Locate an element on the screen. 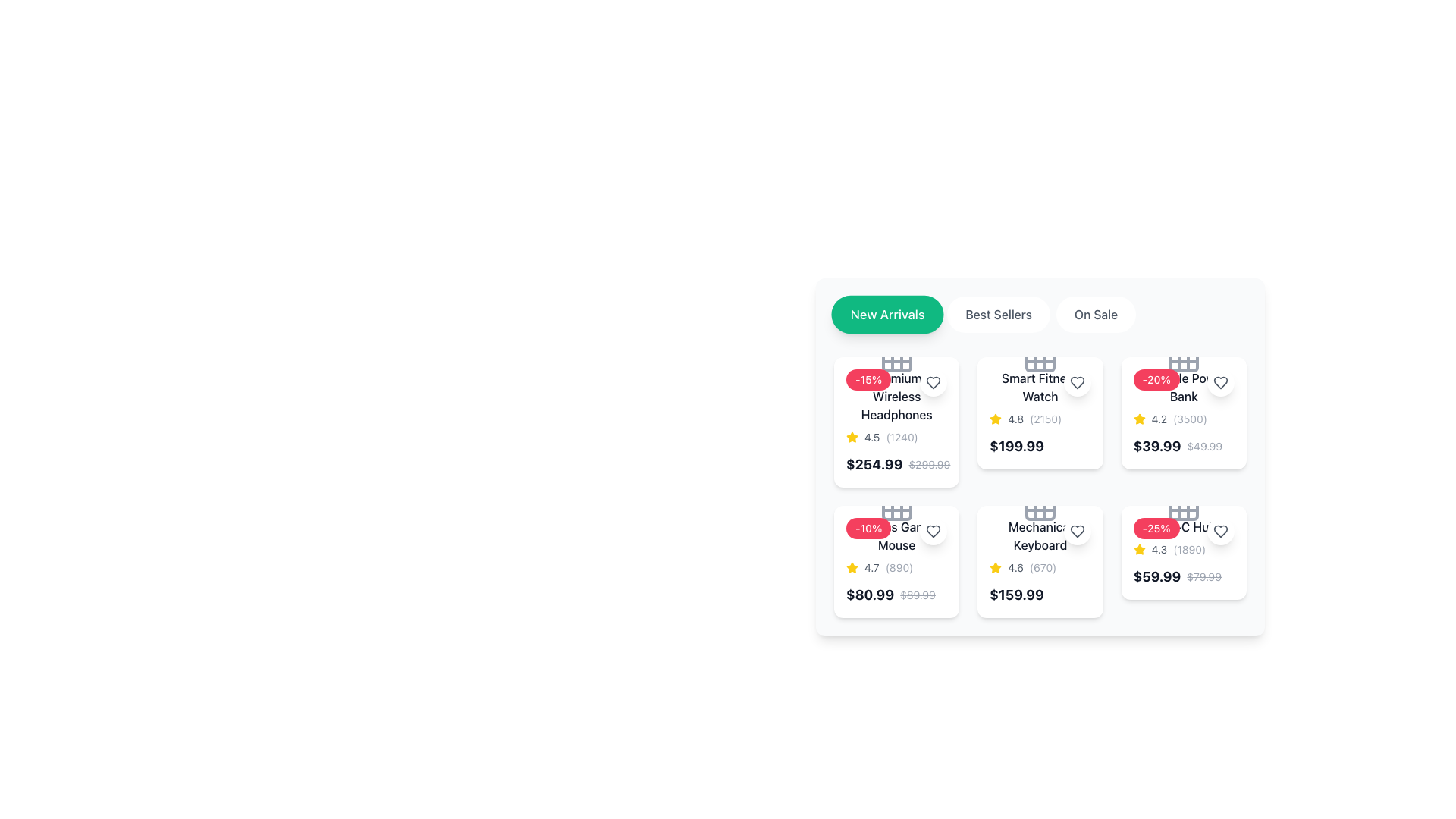  the text label that indicates the count of reviews or ratings for the 'Apple Power Bank' product, located in the first row and last column of the grid layout, immediately following the yellow star icon and the '4.2' value is located at coordinates (1189, 419).